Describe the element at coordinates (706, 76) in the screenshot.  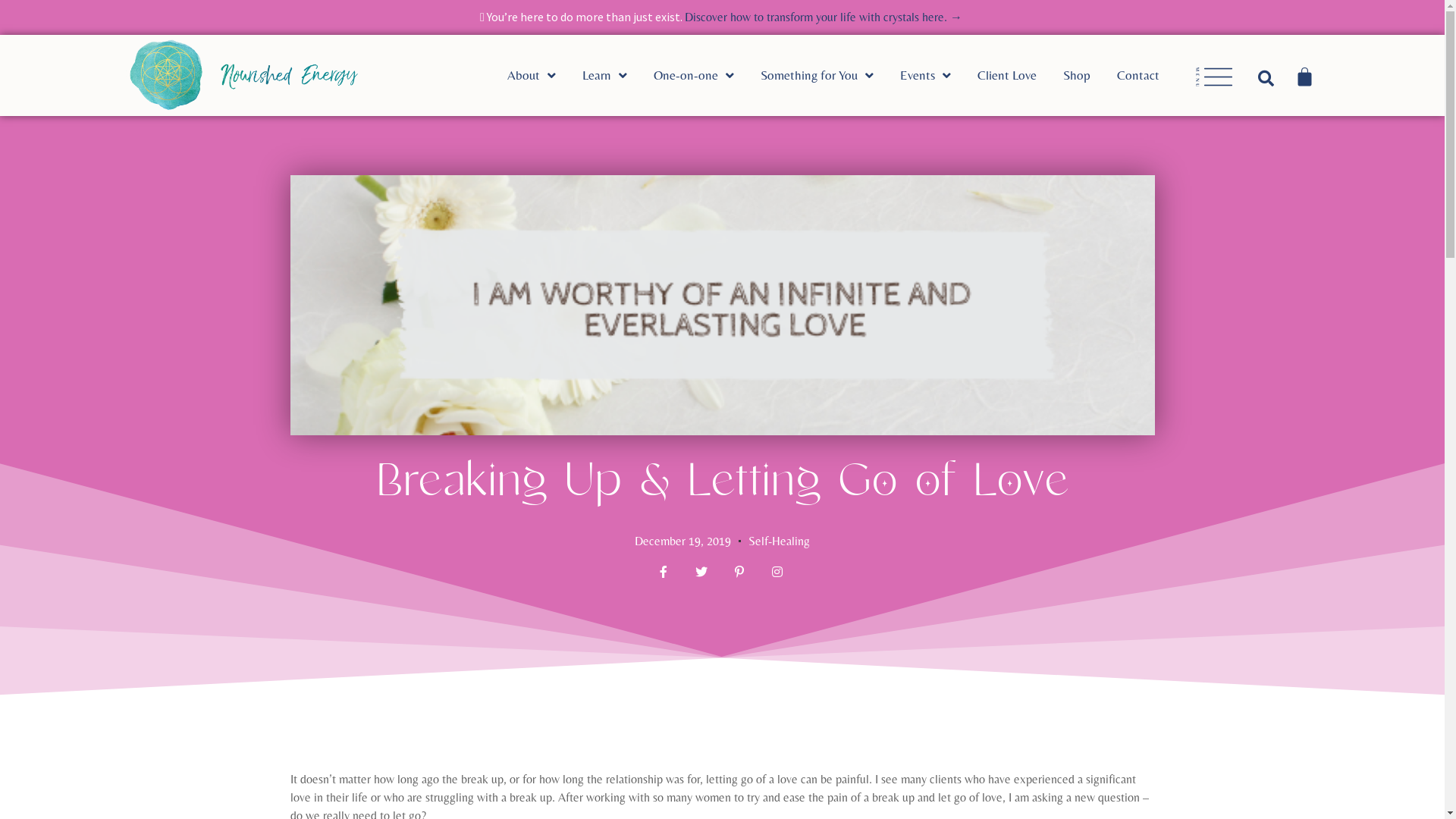
I see `'One-on-one'` at that location.